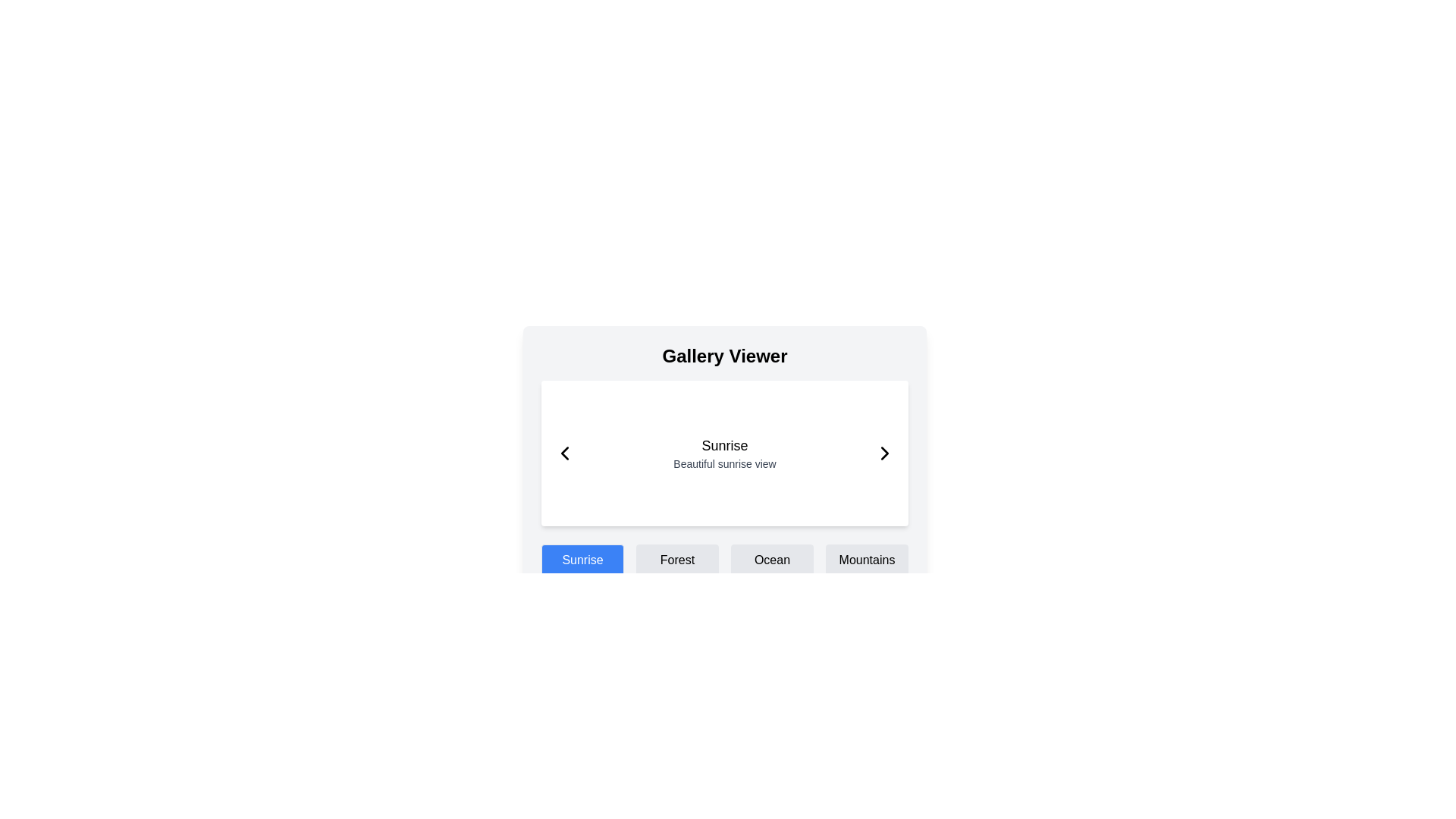 The image size is (1456, 819). What do you see at coordinates (582, 560) in the screenshot?
I see `the first button in the horizontal group of four buttons at the bottom of the interface` at bounding box center [582, 560].